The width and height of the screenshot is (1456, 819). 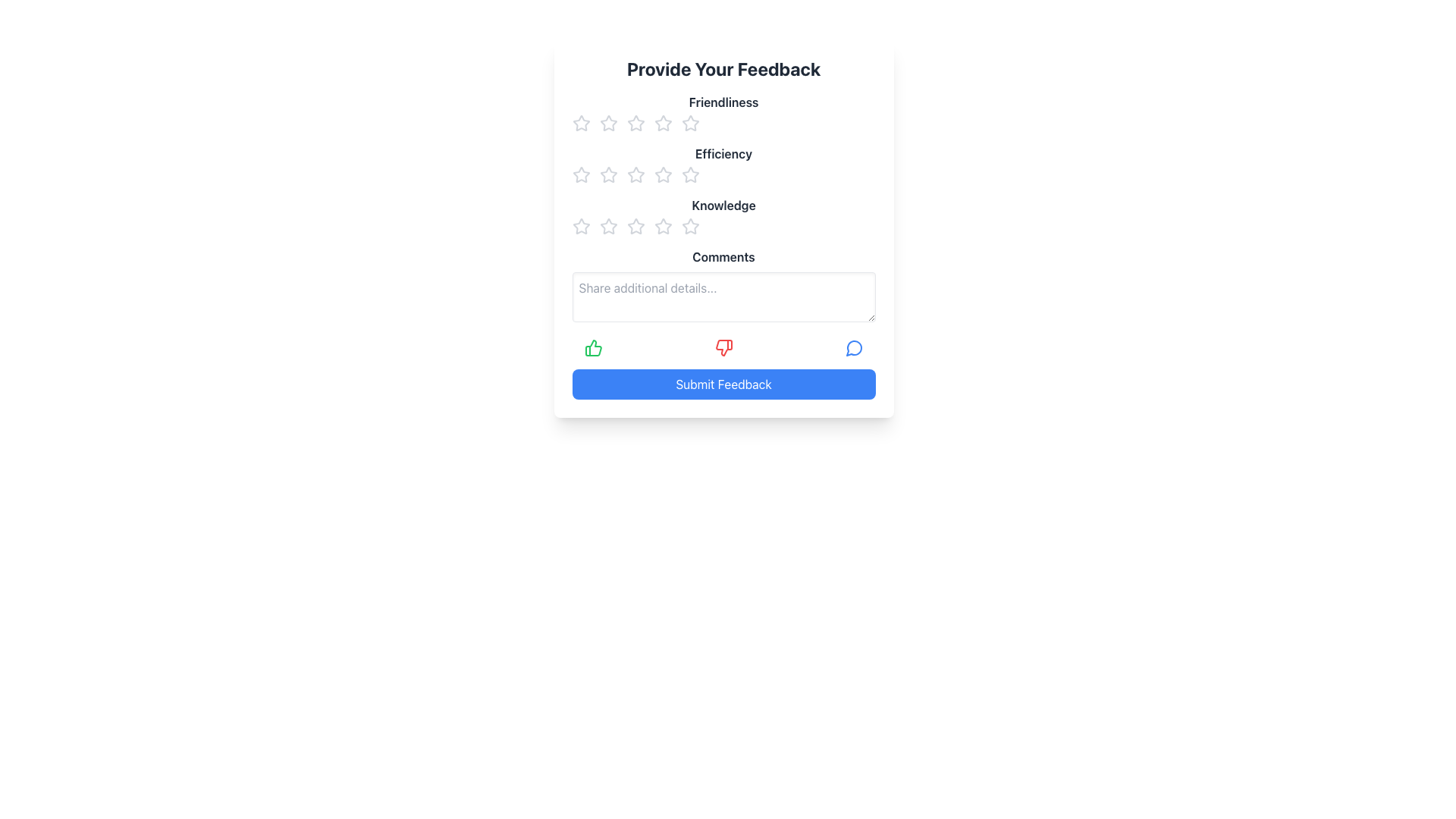 What do you see at coordinates (723, 69) in the screenshot?
I see `the Text header element at the top of the feedback form, which indicates the purpose of the form` at bounding box center [723, 69].